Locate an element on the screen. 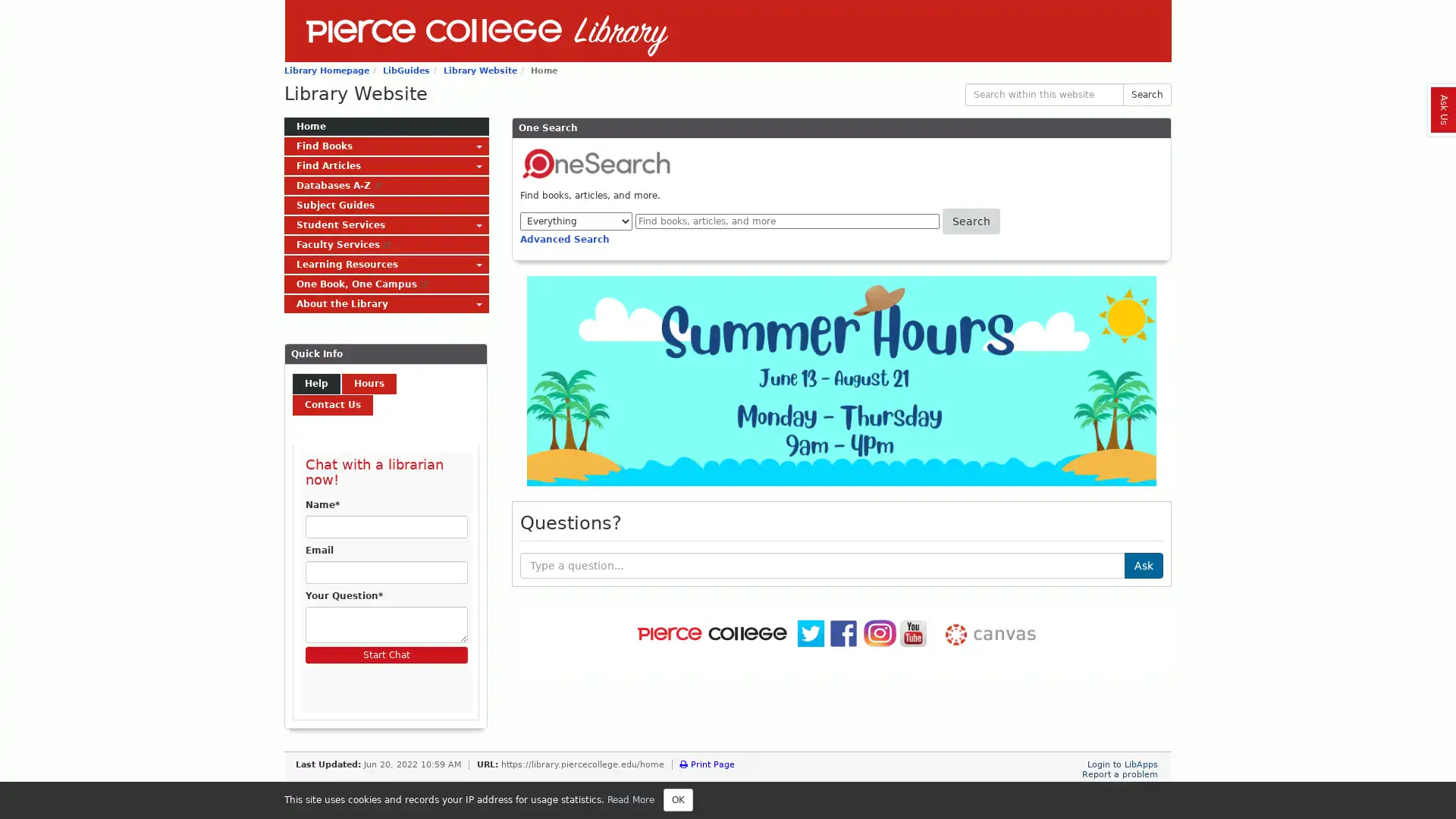 This screenshot has width=1456, height=819. Search is located at coordinates (971, 221).